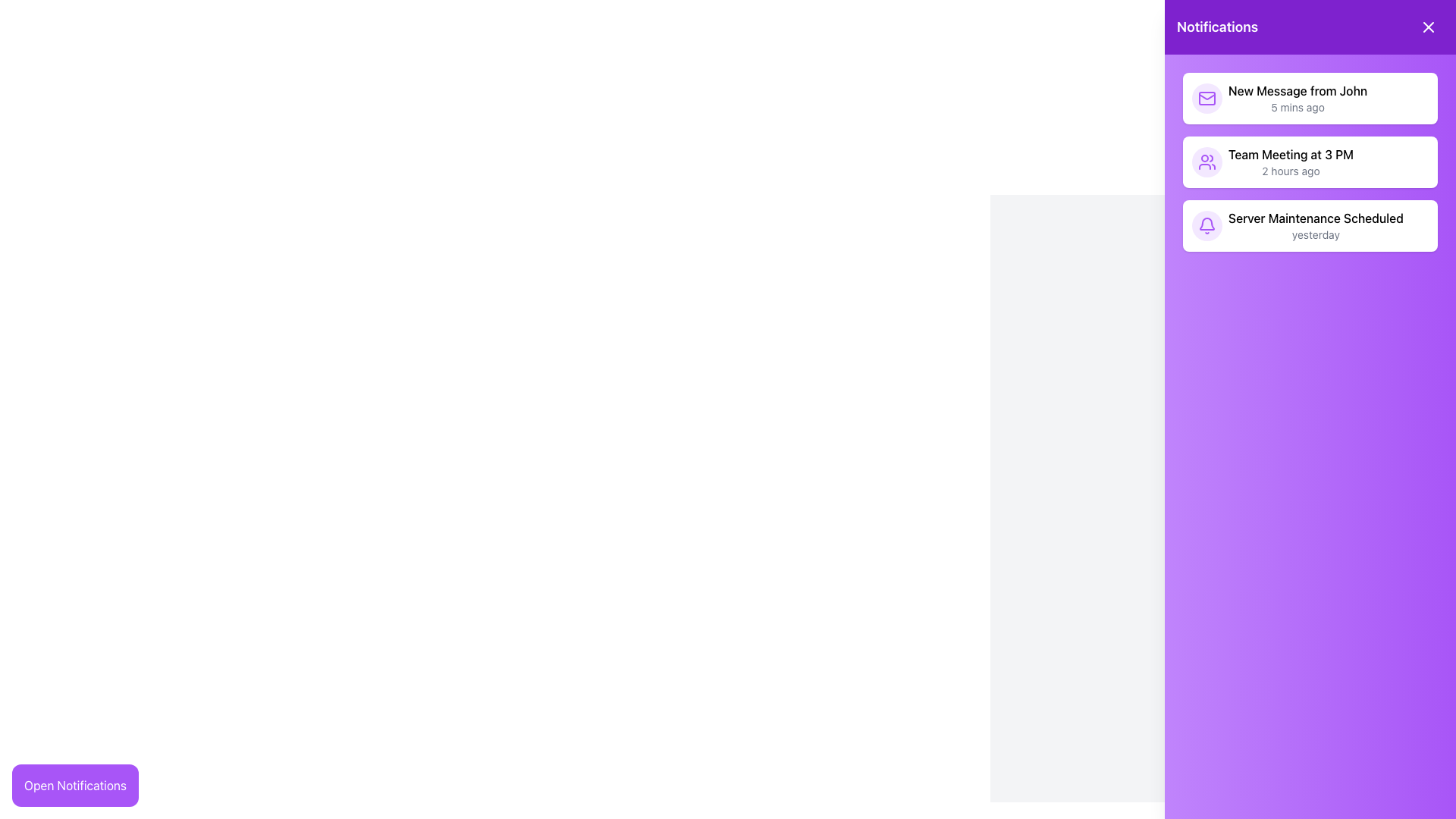  What do you see at coordinates (1297, 99) in the screenshot?
I see `the first notification item in the vertical sidebar displaying 'New Message from John' with timestamp '5 mins ago'` at bounding box center [1297, 99].